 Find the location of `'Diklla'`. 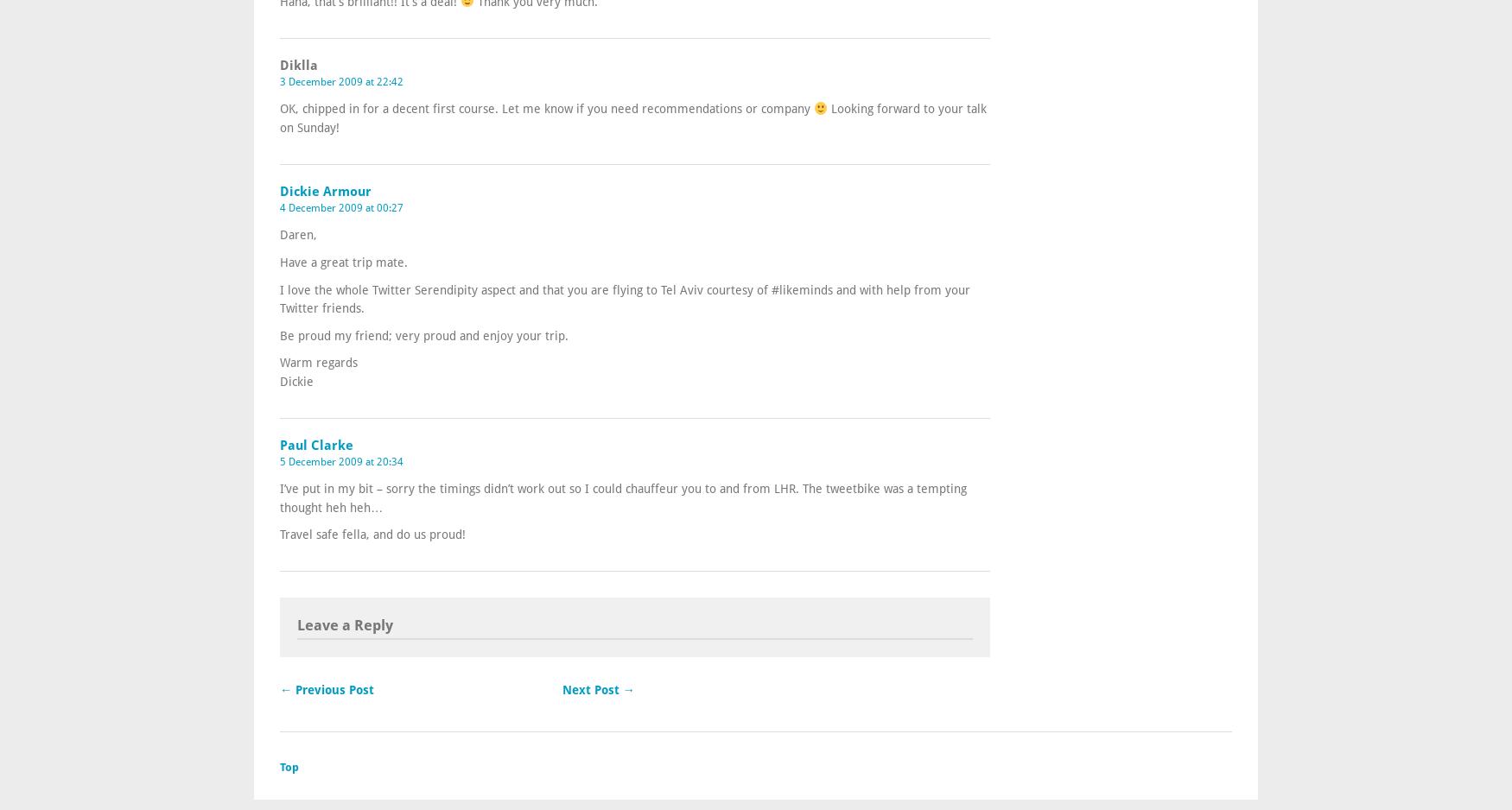

'Diklla' is located at coordinates (279, 65).